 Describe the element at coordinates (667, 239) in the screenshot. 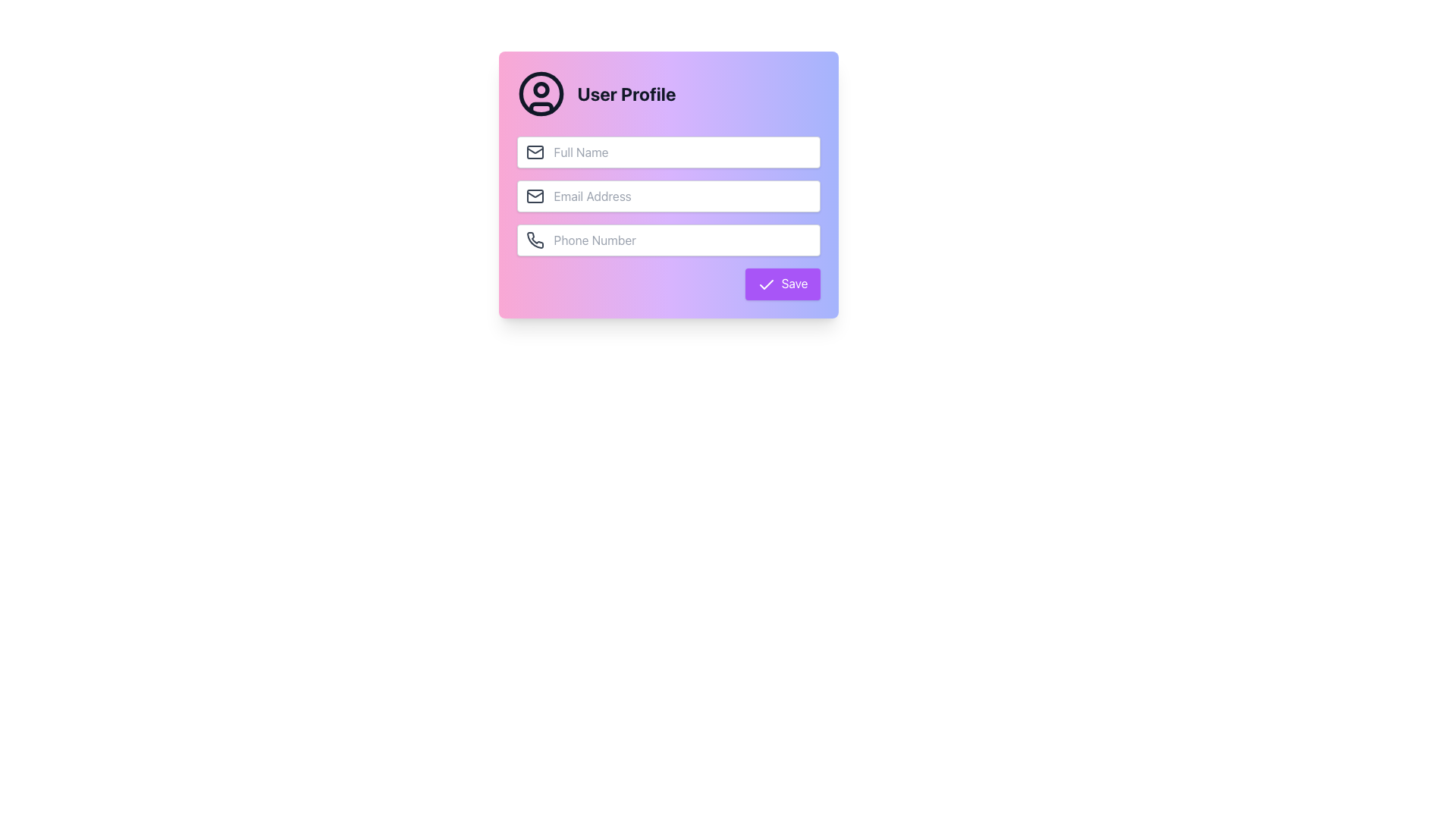

I see `the Phone Number input field to focus on it, which is the third input field in the form, located below the Email Address field and above the Save button` at that location.